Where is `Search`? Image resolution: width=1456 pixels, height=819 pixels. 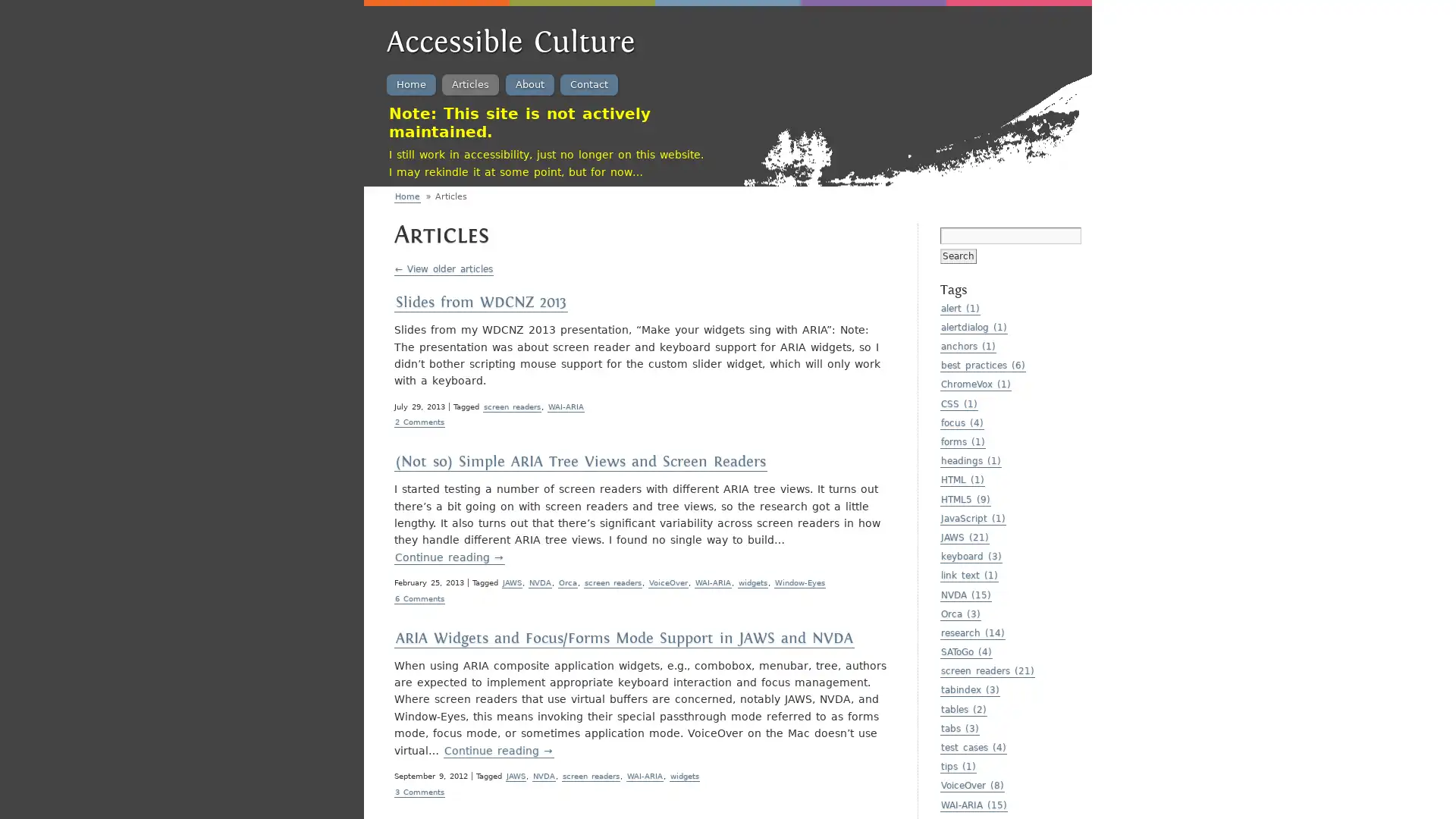 Search is located at coordinates (957, 256).